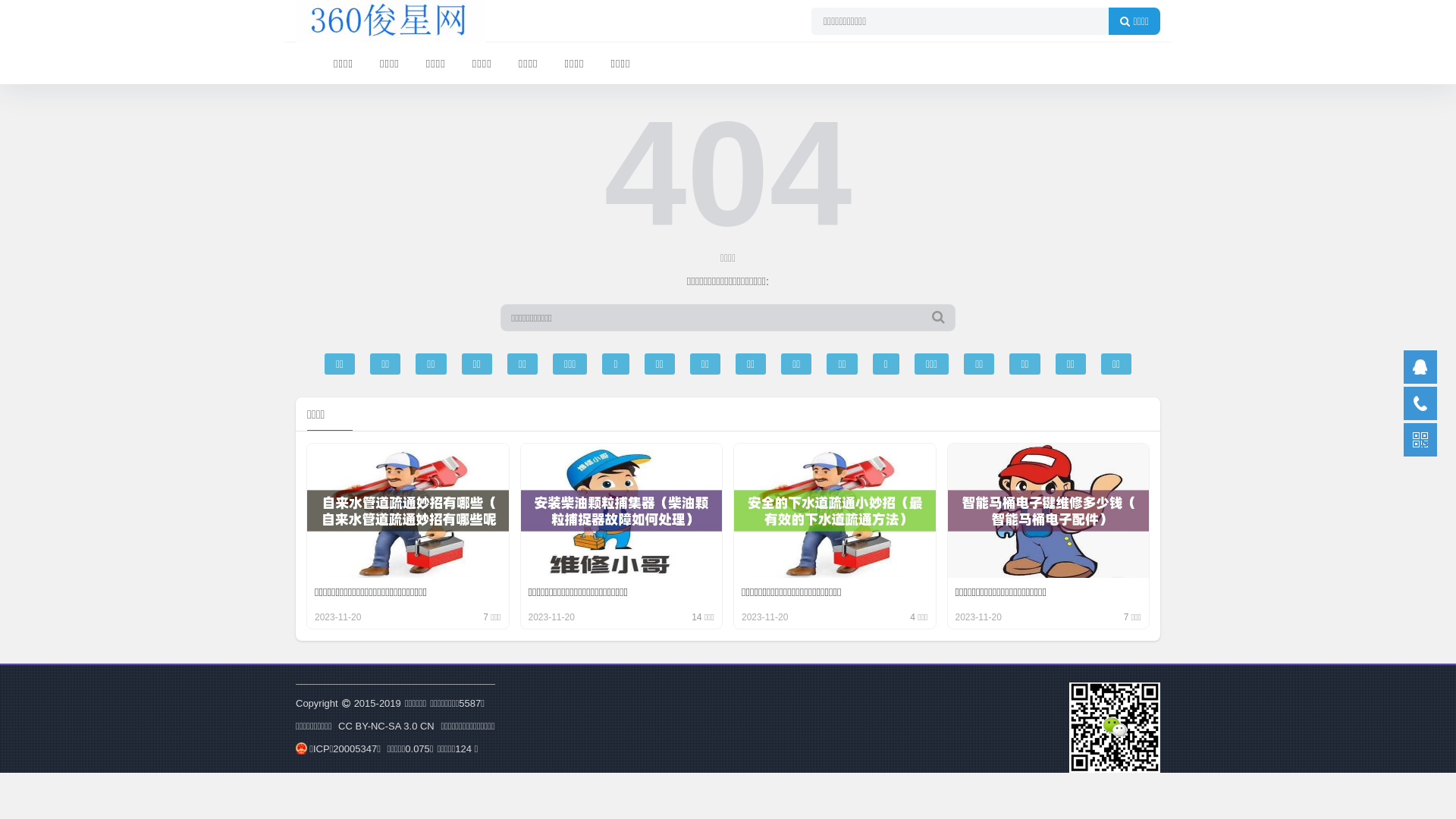  Describe the element at coordinates (386, 725) in the screenshot. I see `'CC BY-NC-SA 3.0 CN'` at that location.